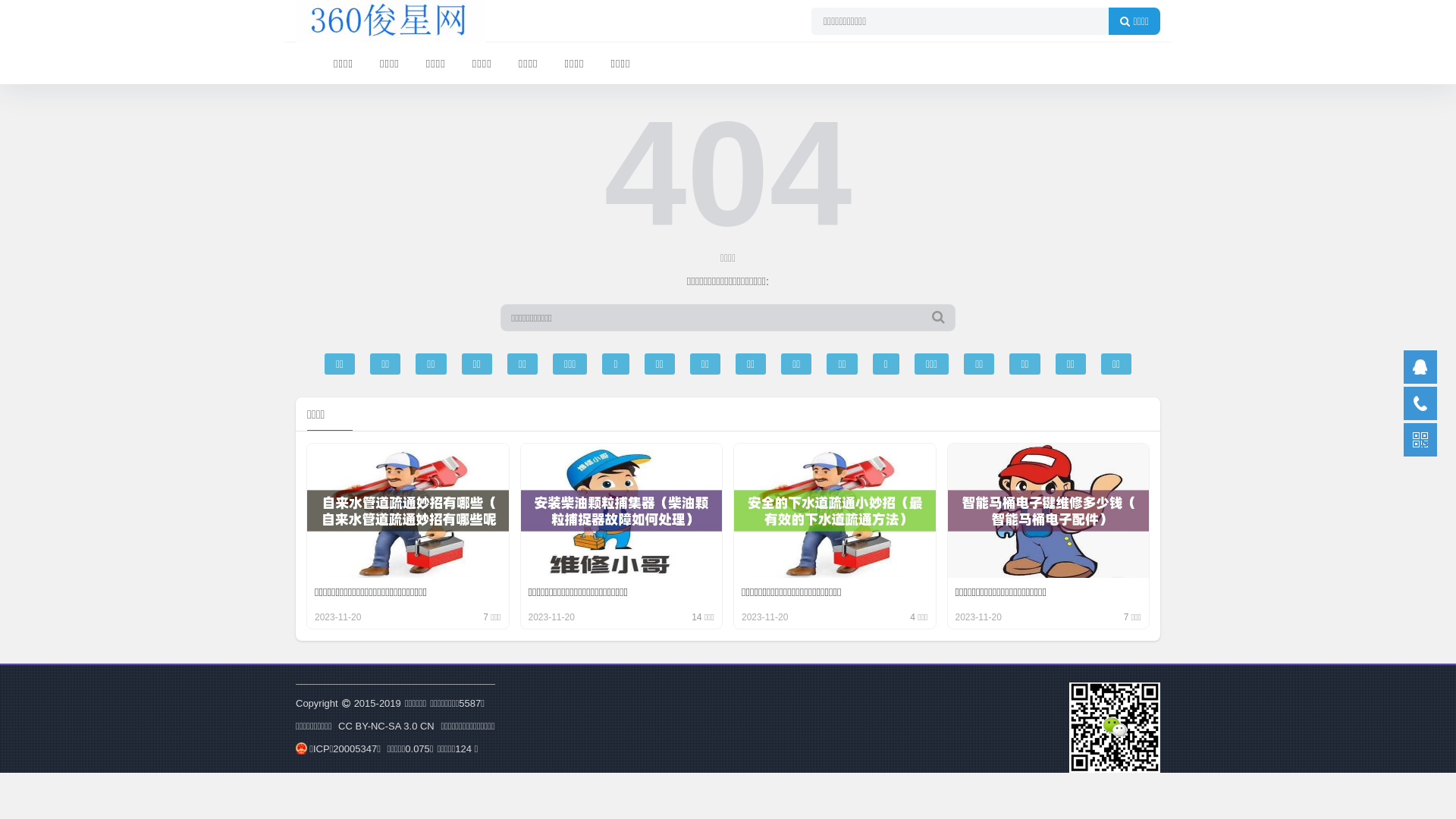  Describe the element at coordinates (386, 725) in the screenshot. I see `'CC BY-NC-SA 3.0 CN'` at that location.